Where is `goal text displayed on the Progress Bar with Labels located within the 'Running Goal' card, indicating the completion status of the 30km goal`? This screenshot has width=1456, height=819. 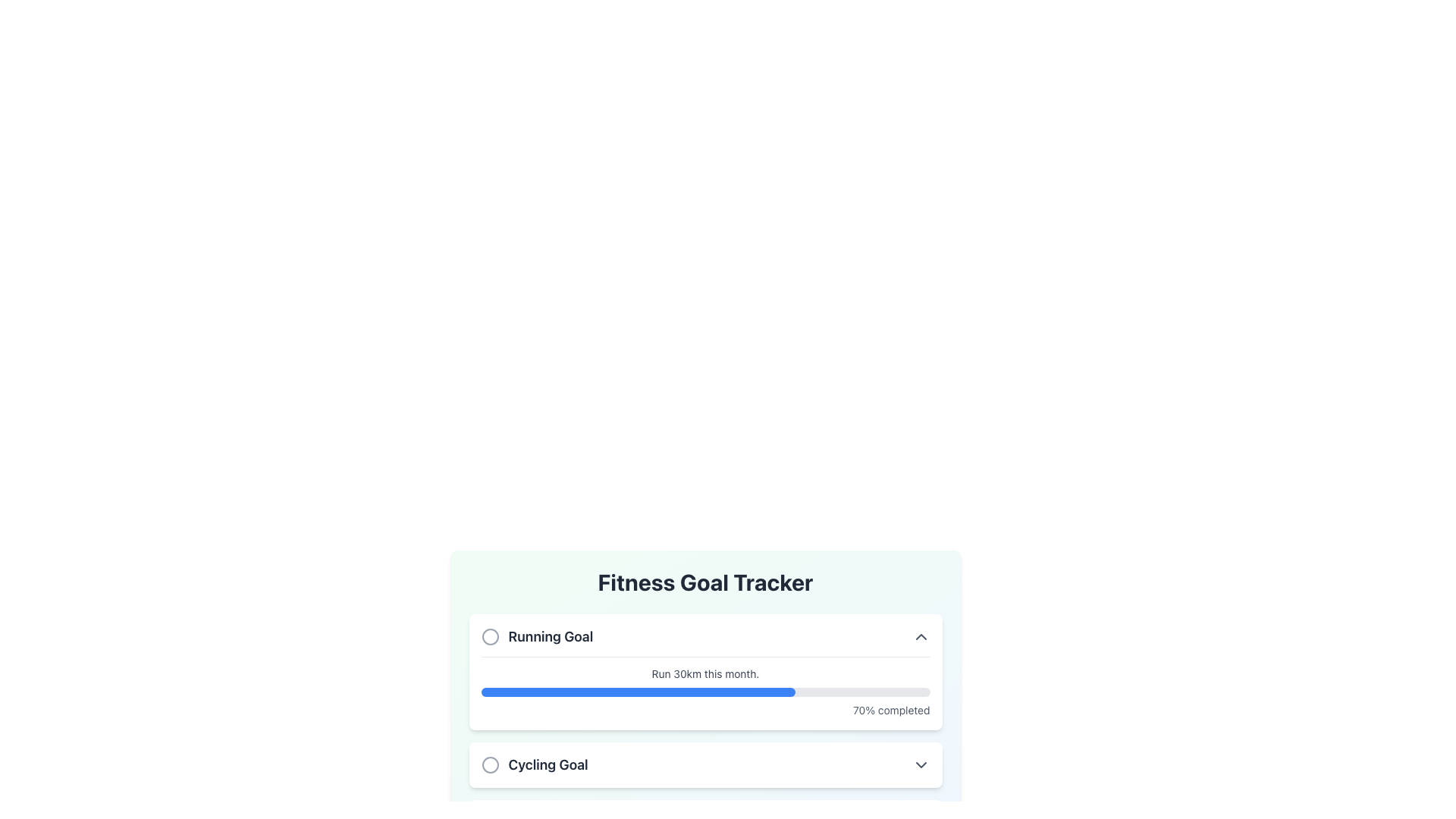
goal text displayed on the Progress Bar with Labels located within the 'Running Goal' card, indicating the completion status of the 30km goal is located at coordinates (704, 687).